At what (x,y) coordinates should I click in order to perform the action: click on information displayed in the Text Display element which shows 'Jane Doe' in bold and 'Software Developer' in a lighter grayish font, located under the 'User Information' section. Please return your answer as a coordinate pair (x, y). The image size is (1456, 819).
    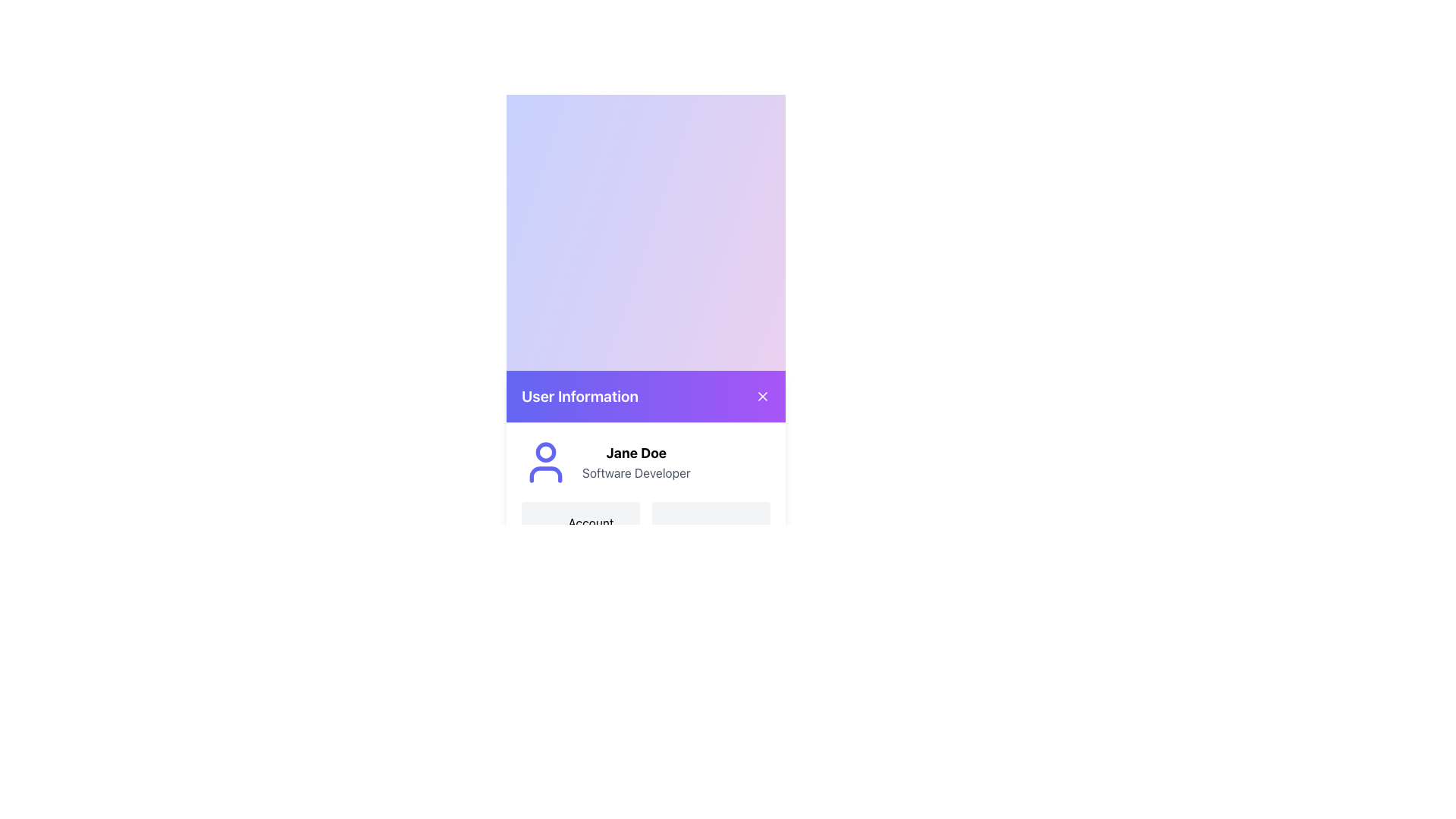
    Looking at the image, I should click on (636, 461).